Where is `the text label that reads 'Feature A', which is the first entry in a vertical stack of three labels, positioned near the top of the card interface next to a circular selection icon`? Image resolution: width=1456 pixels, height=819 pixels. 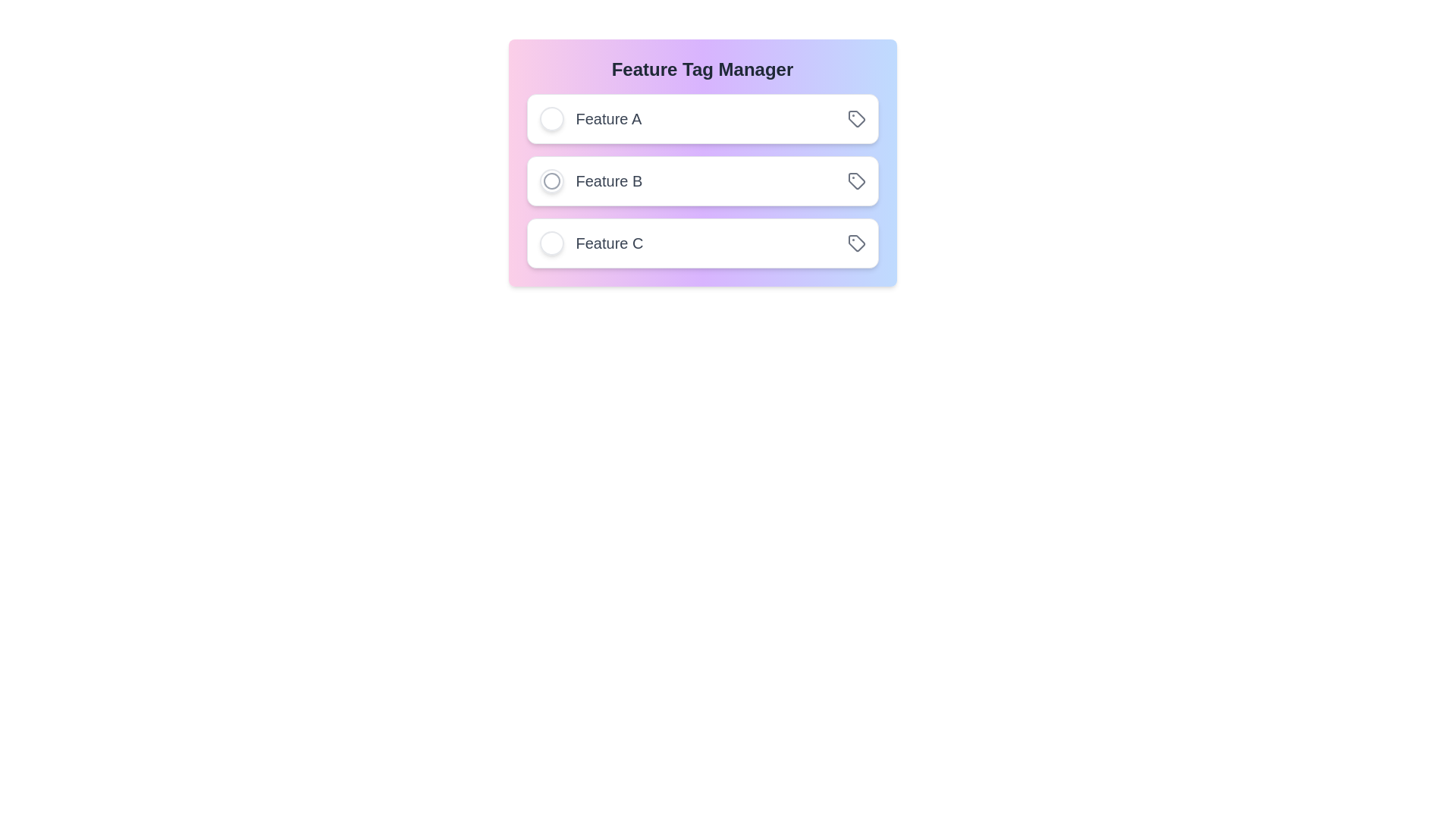 the text label that reads 'Feature A', which is the first entry in a vertical stack of three labels, positioned near the top of the card interface next to a circular selection icon is located at coordinates (589, 118).